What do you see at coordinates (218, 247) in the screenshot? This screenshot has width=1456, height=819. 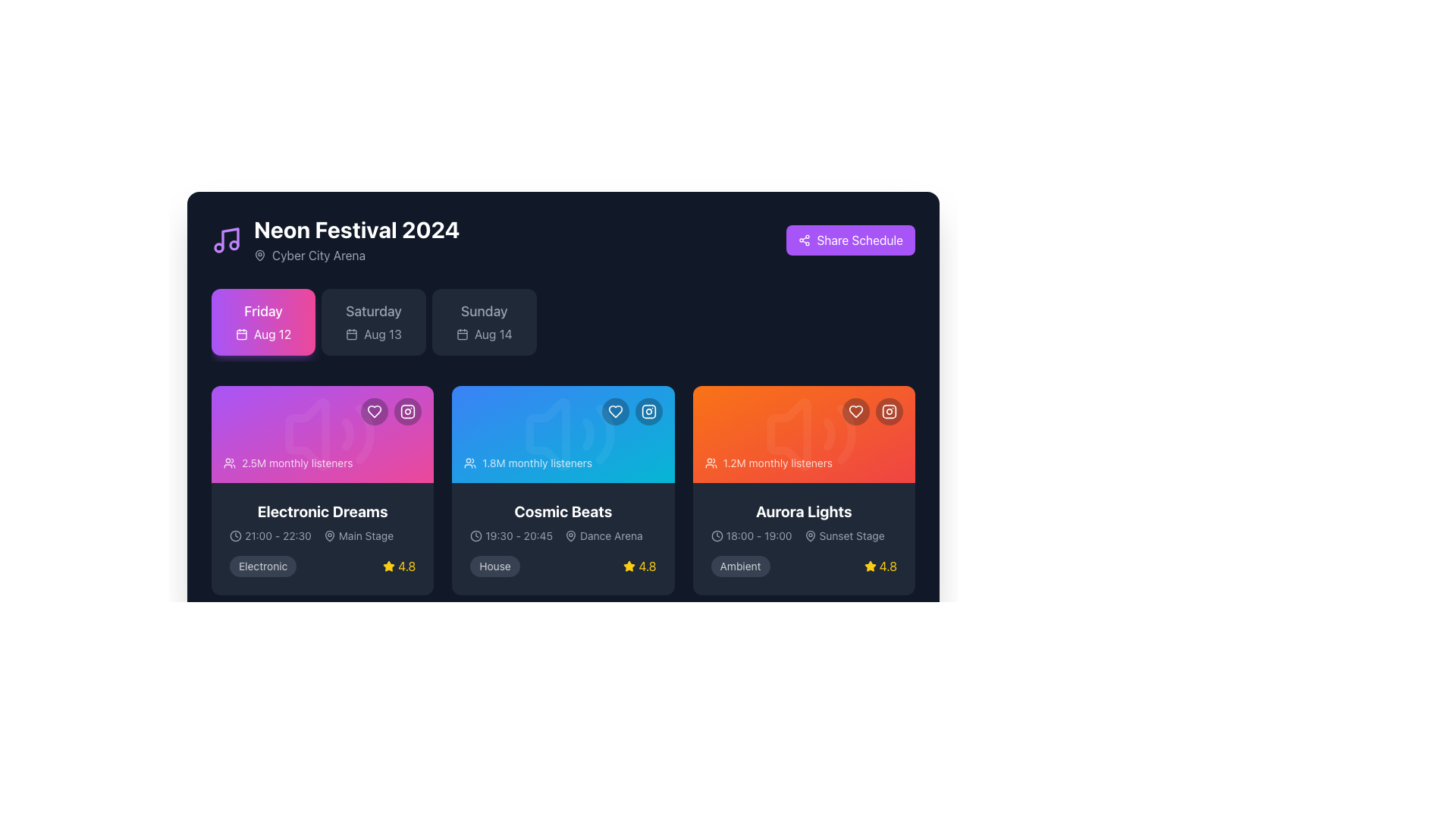 I see `the small circular shape styled as a point in the music icon, which is part of the grouped component with purple hues, located to the left of the header text 'Neon Festival 2024'` at bounding box center [218, 247].